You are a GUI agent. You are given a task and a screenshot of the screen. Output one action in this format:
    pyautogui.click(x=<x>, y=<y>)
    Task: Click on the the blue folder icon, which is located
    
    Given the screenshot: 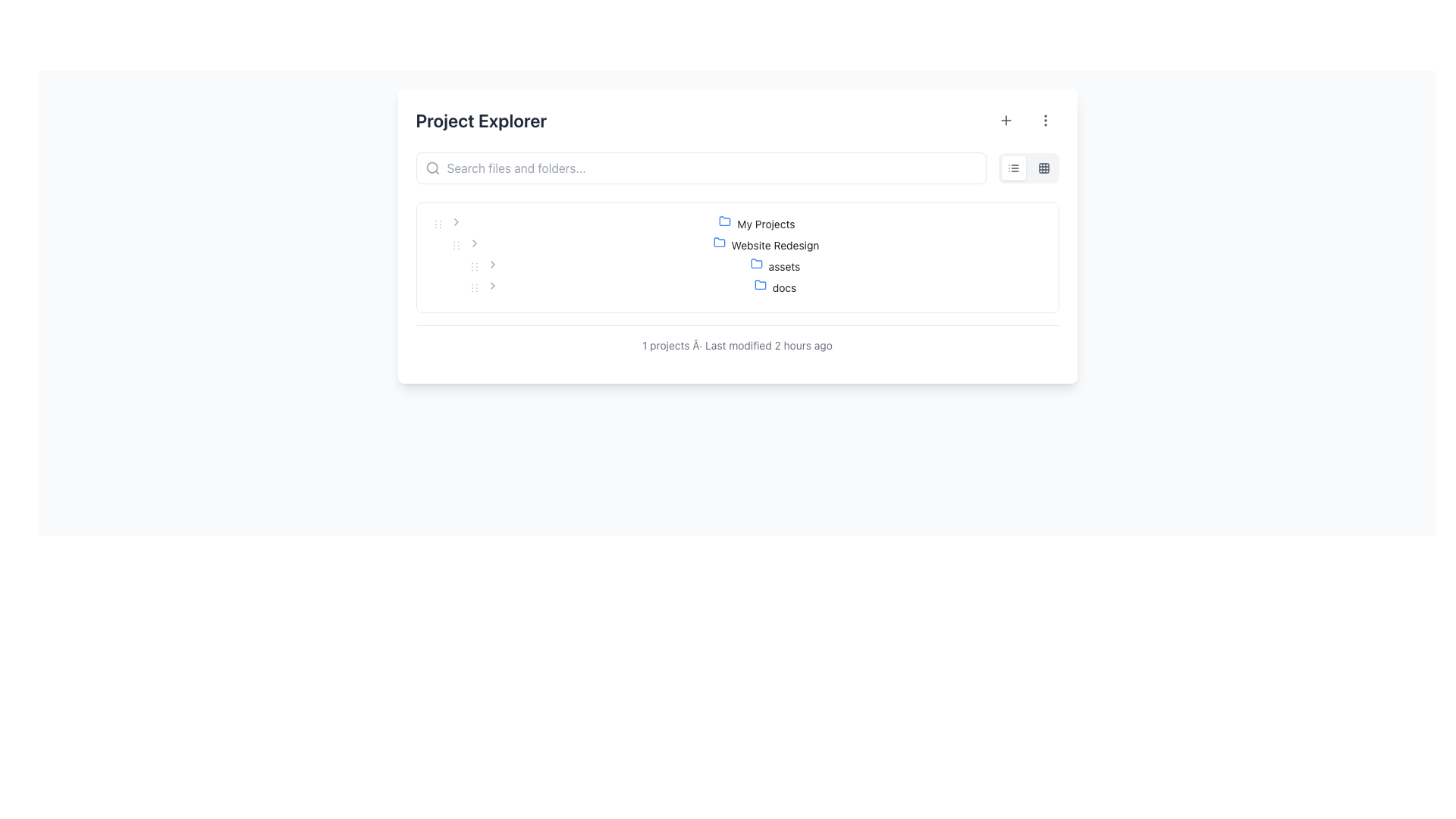 What is the action you would take?
    pyautogui.click(x=728, y=224)
    